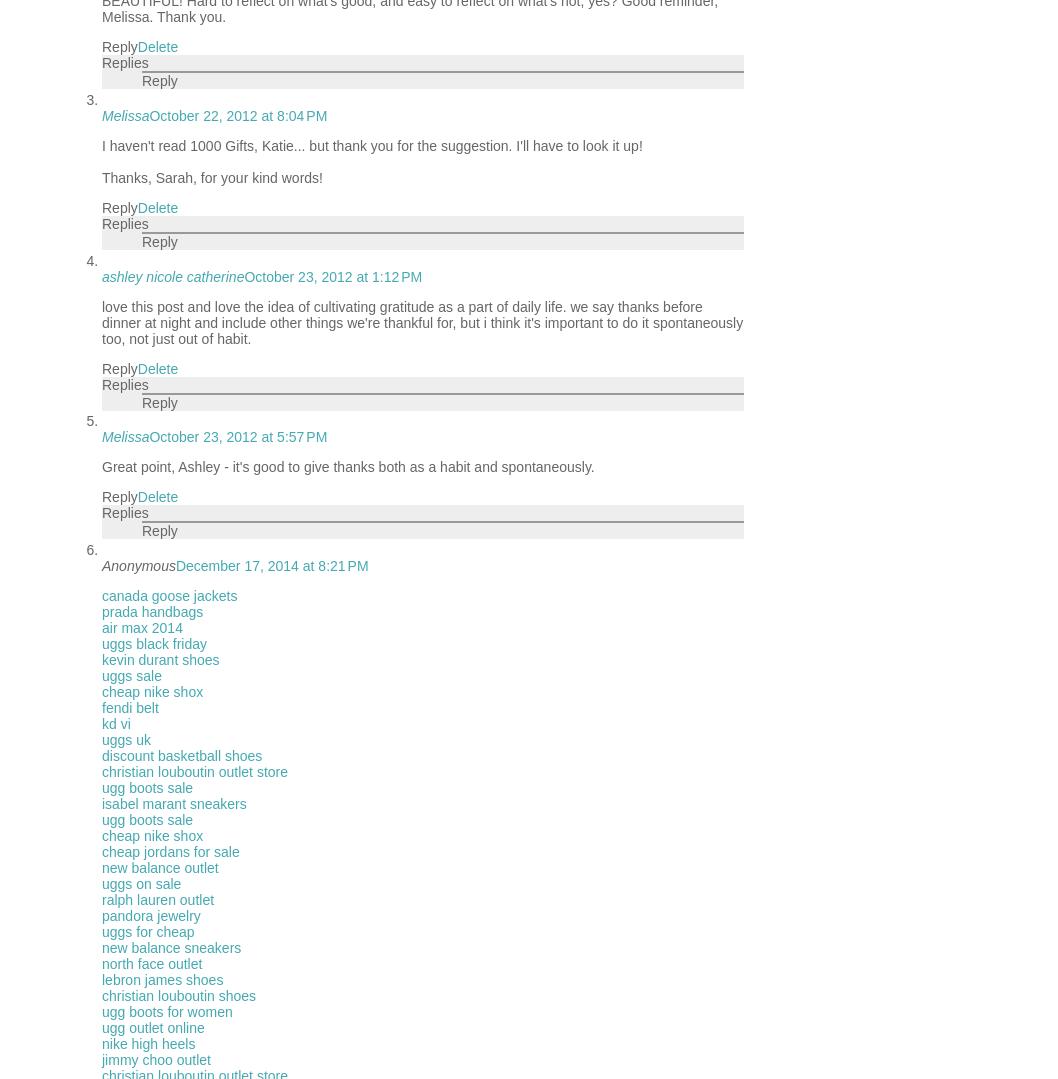 The height and width of the screenshot is (1079, 1058). Describe the element at coordinates (100, 932) in the screenshot. I see `'uggs for cheap'` at that location.